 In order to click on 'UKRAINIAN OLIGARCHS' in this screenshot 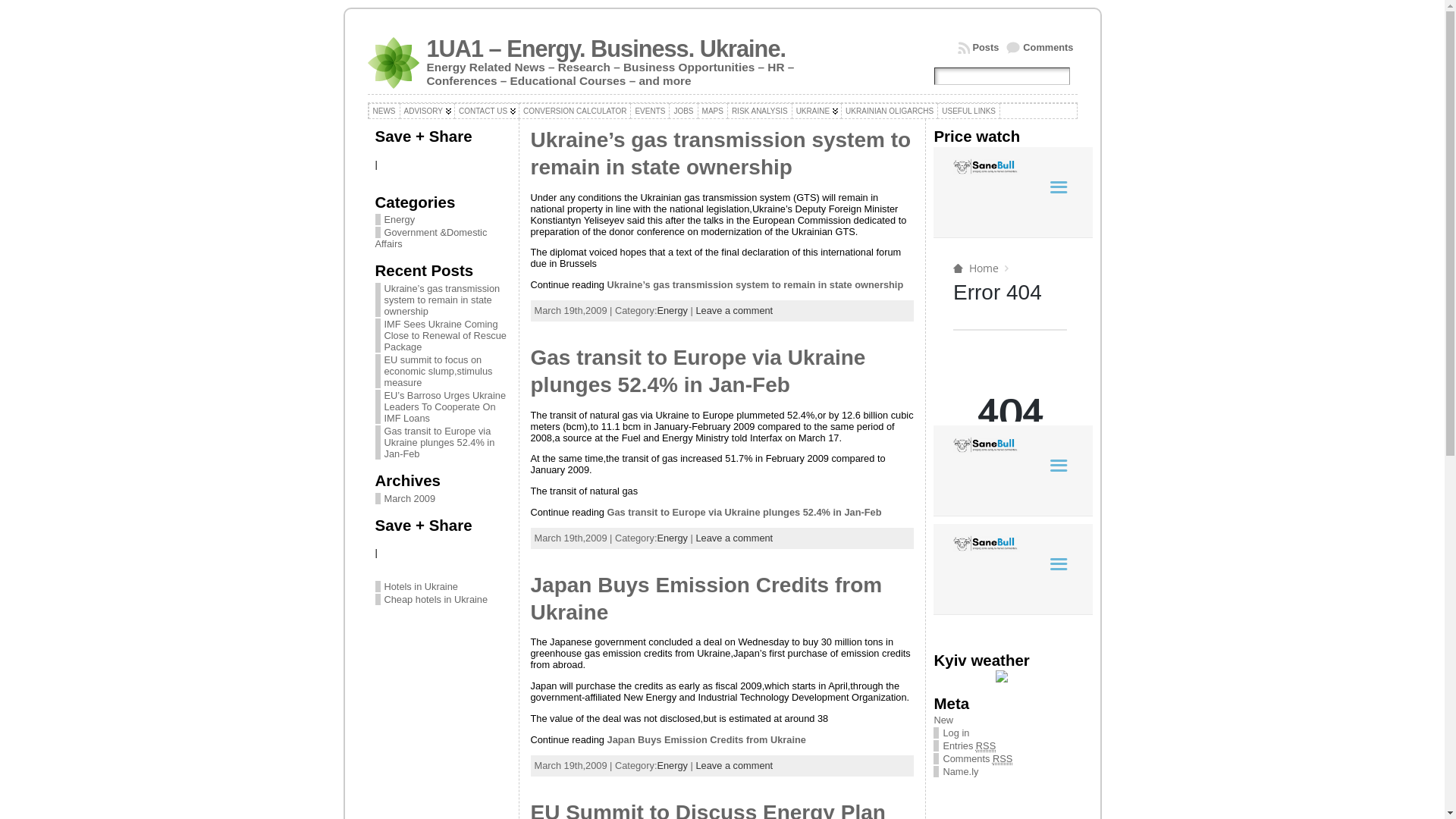, I will do `click(889, 110)`.